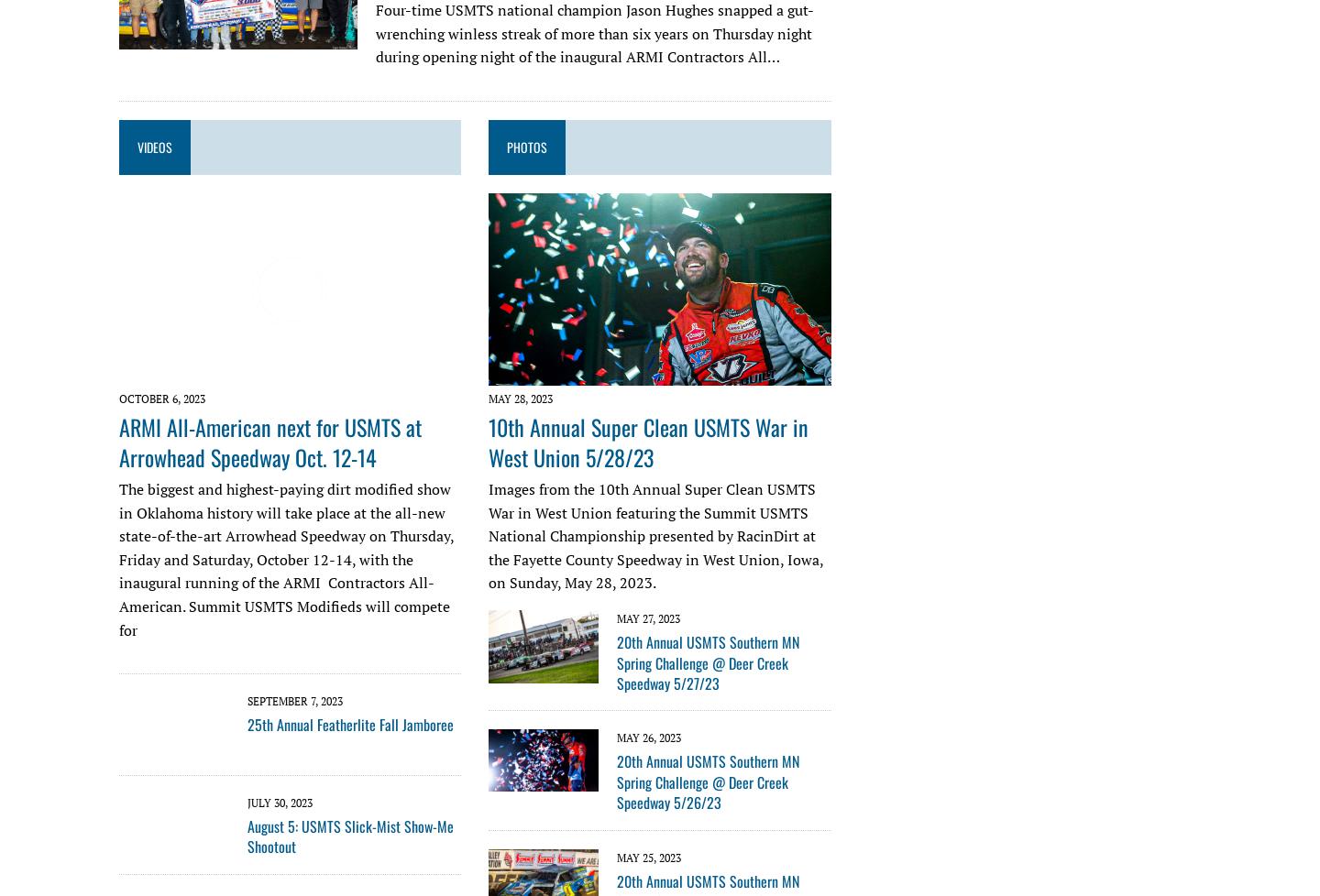  Describe the element at coordinates (349, 835) in the screenshot. I see `'August 5: USMTS Slick-Mist Show-Me Shootout'` at that location.